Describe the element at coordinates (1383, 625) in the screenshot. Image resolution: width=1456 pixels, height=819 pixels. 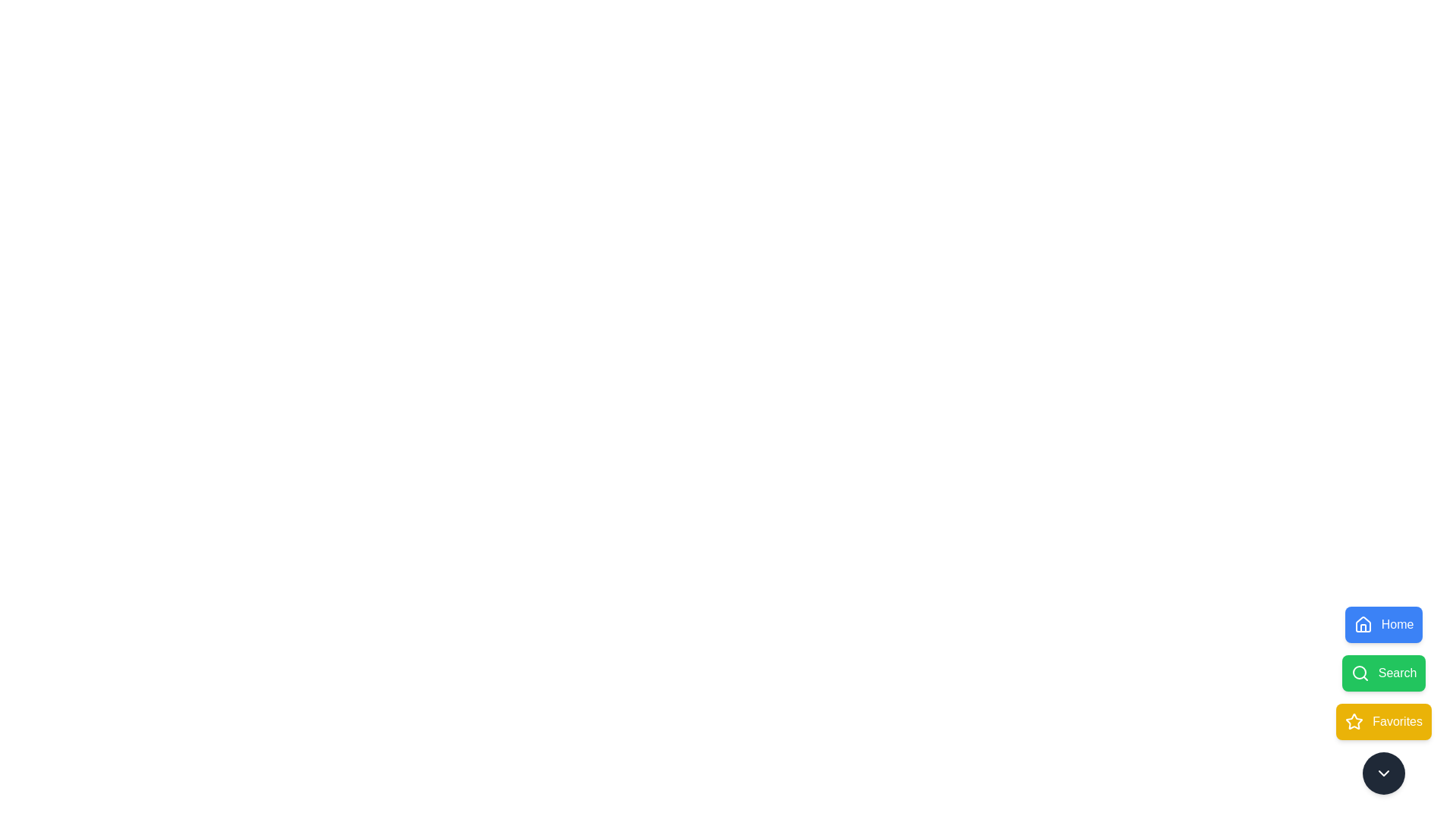
I see `the Home button to observe its animation` at that location.